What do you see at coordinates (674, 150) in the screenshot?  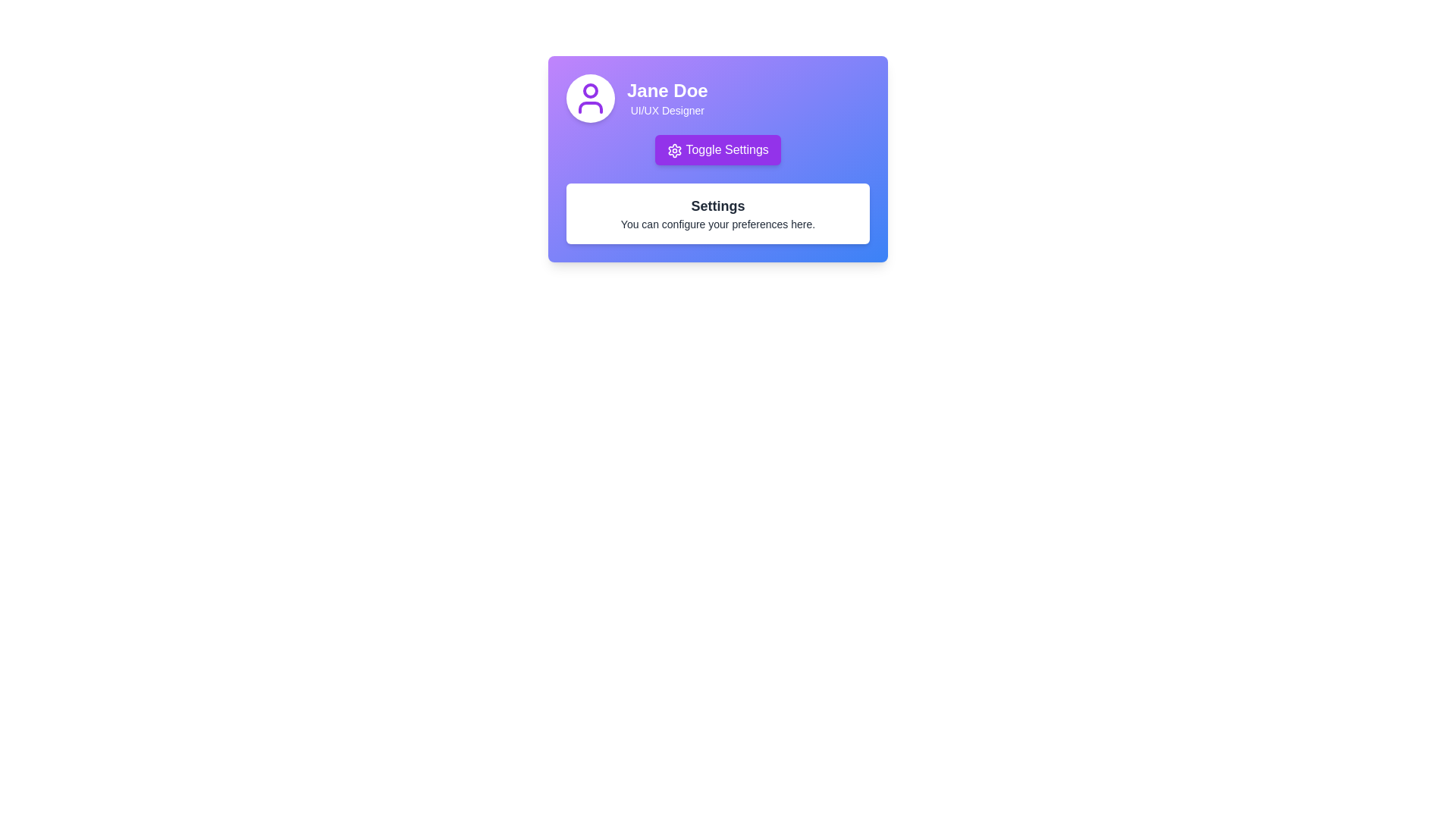 I see `the settings gear icon, which is a white icon against a purple background, located to the left of the 'Toggle Settings' button` at bounding box center [674, 150].